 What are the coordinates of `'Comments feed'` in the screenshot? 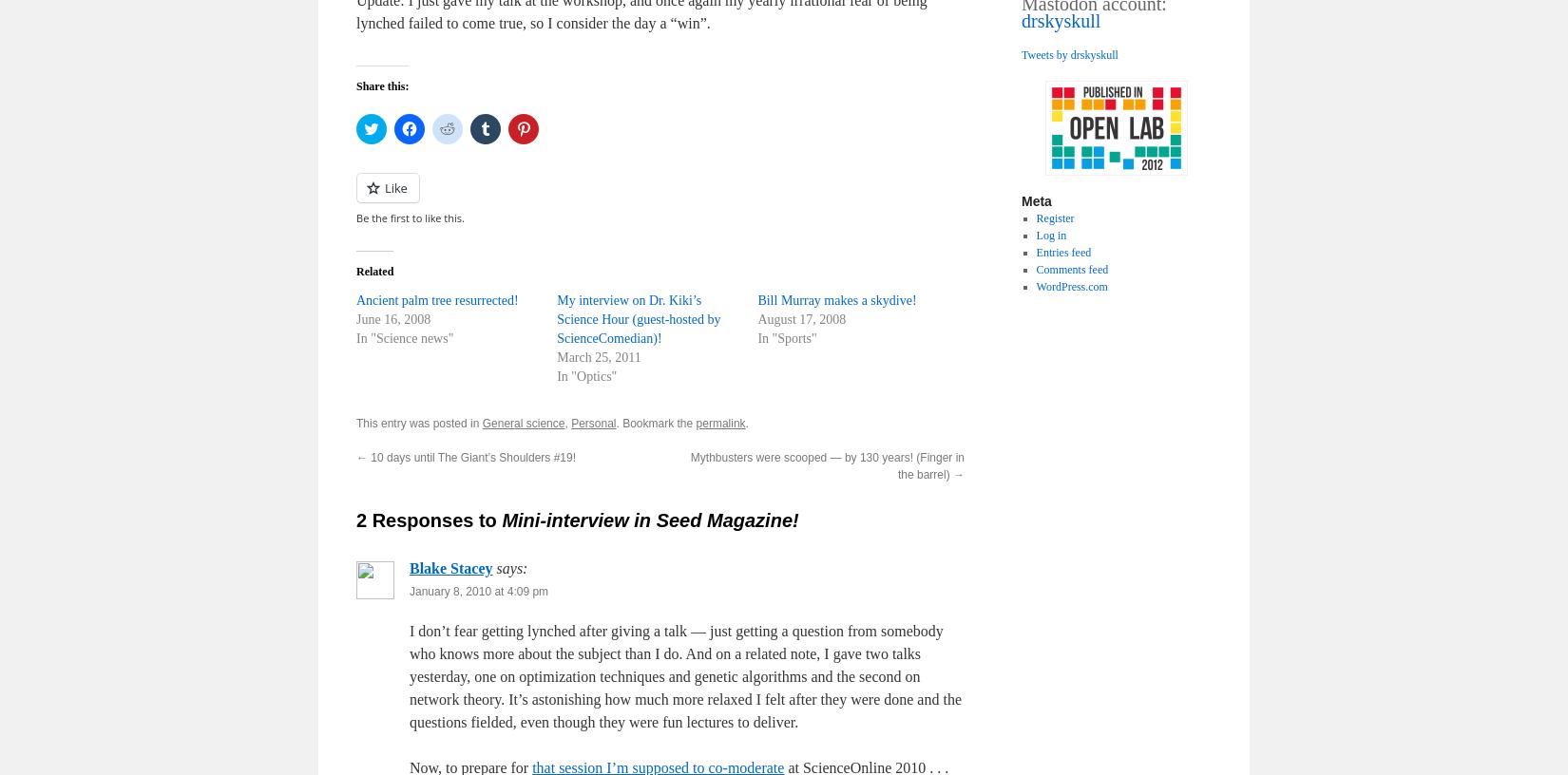 It's located at (1071, 268).